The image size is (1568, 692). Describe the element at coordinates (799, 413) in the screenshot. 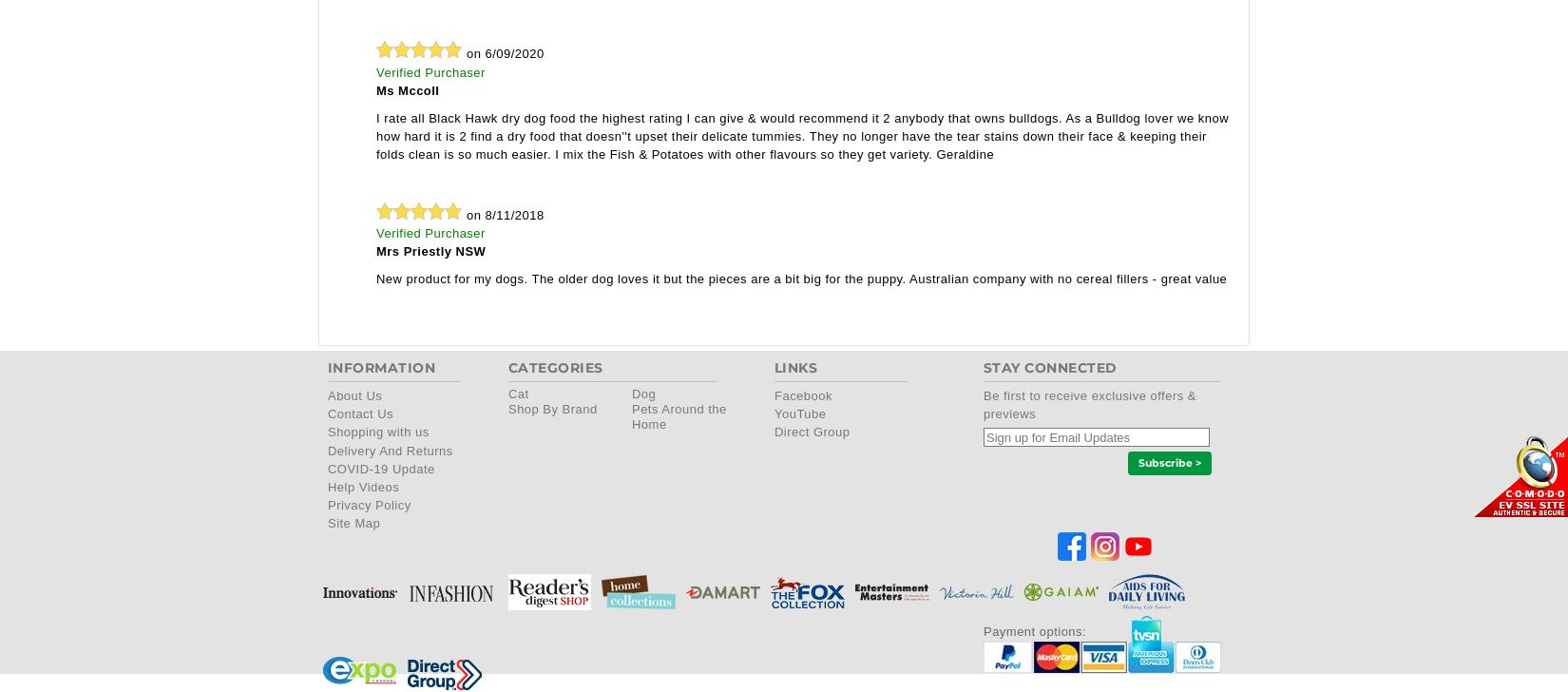

I see `'YouTube'` at that location.